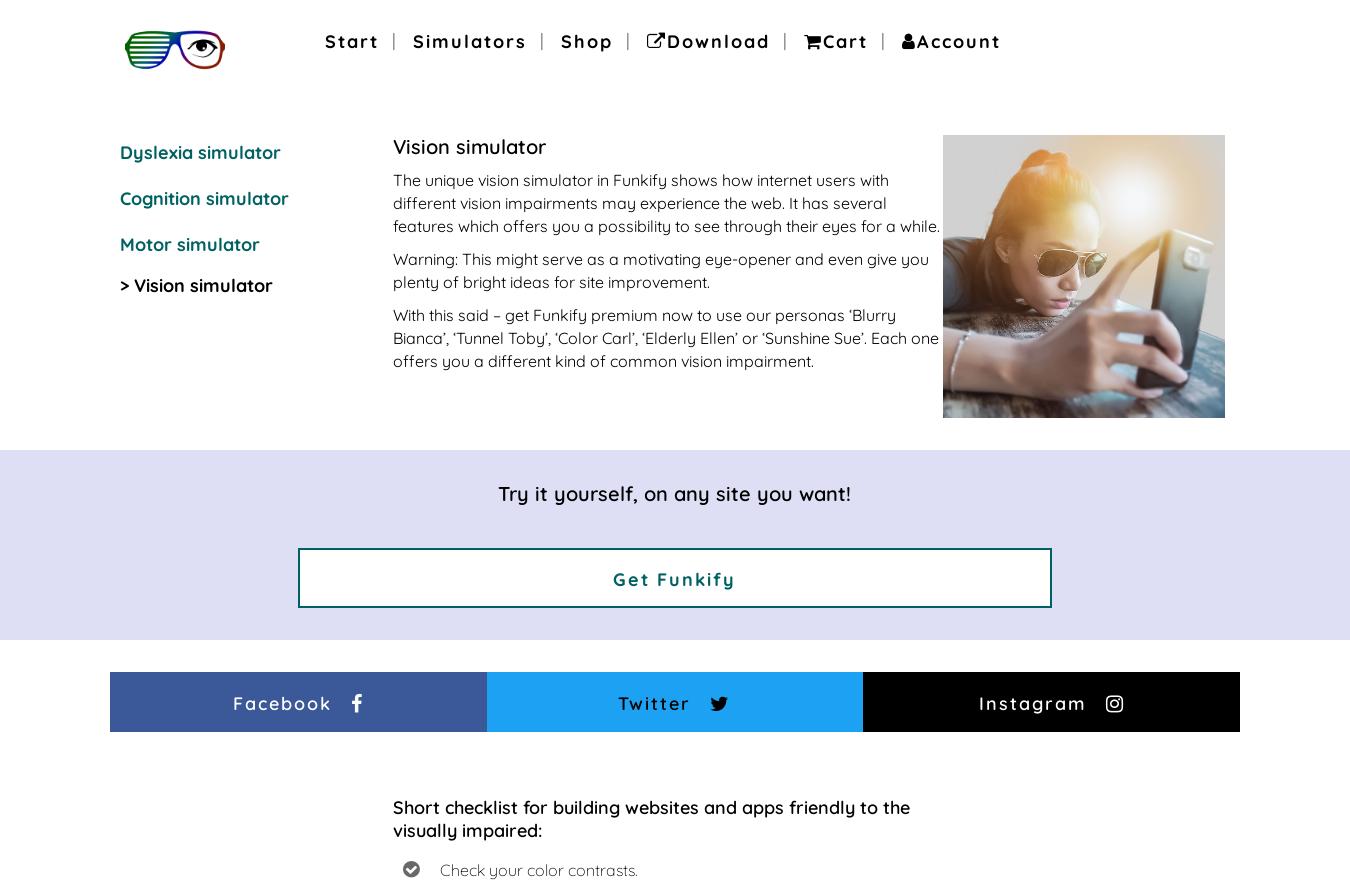 The image size is (1350, 880). Describe the element at coordinates (674, 578) in the screenshot. I see `'Get Funkify'` at that location.